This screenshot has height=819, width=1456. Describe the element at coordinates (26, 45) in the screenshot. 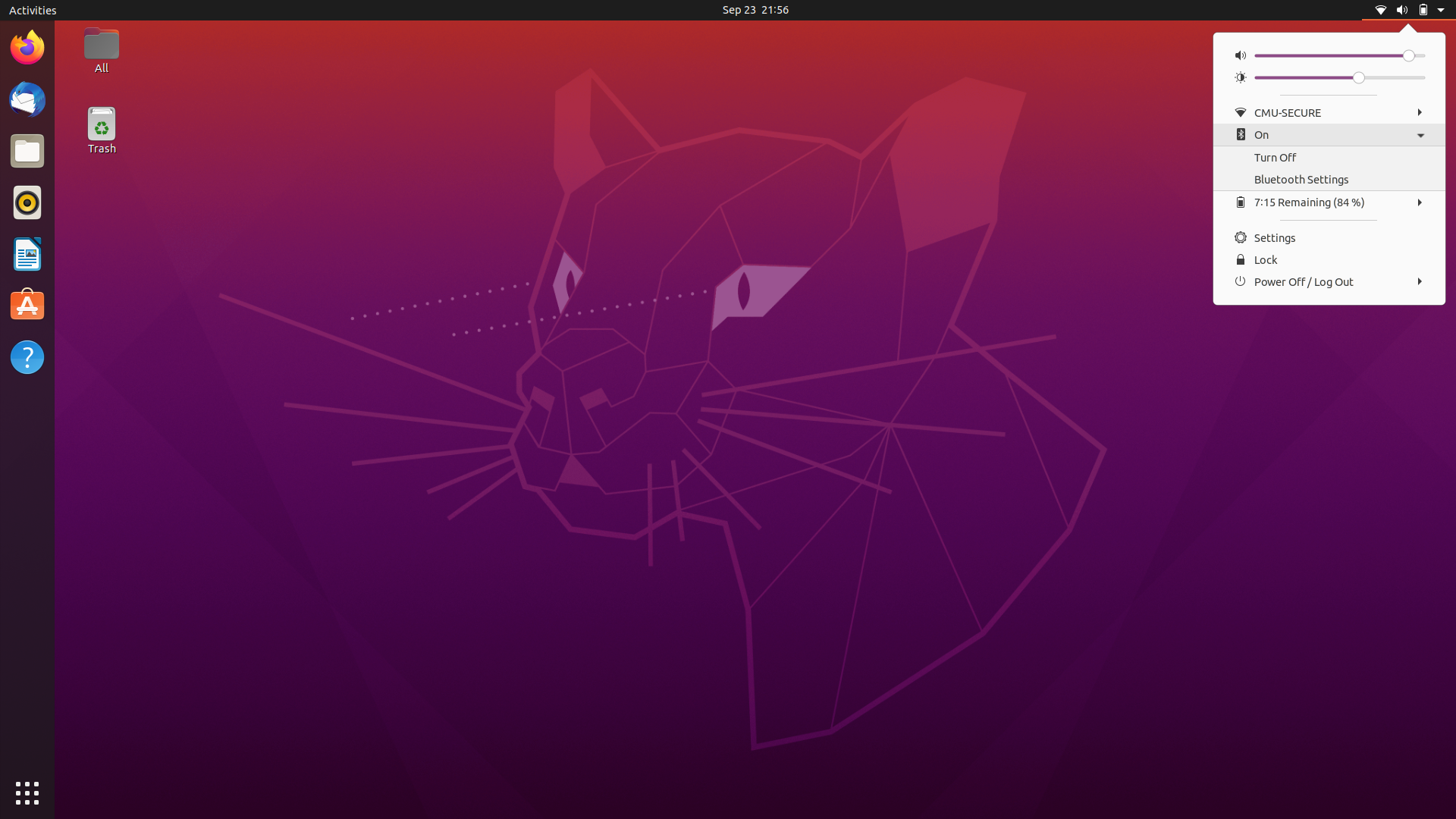

I see `Firefox Application` at that location.